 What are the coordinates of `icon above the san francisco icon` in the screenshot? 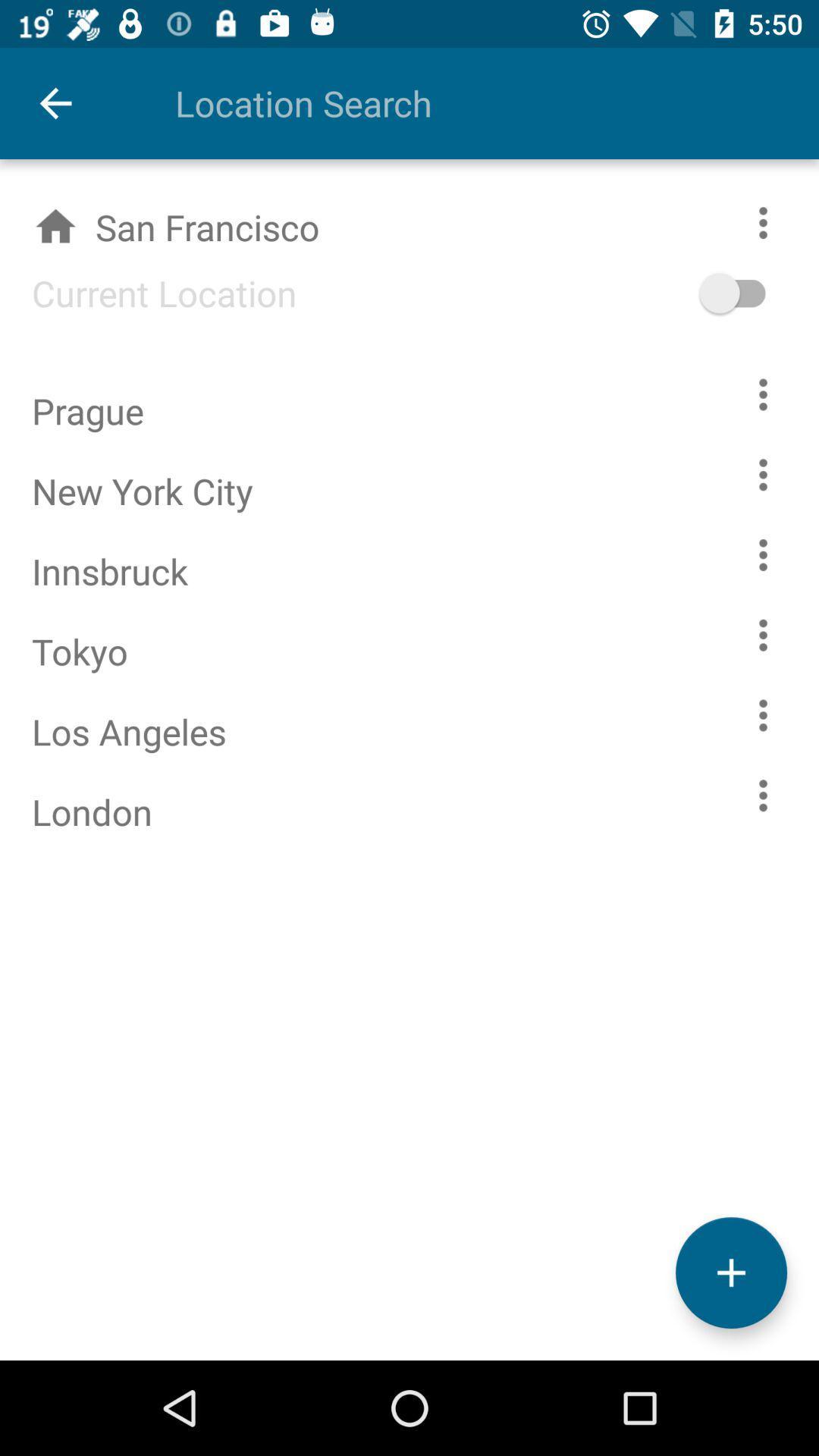 It's located at (55, 102).